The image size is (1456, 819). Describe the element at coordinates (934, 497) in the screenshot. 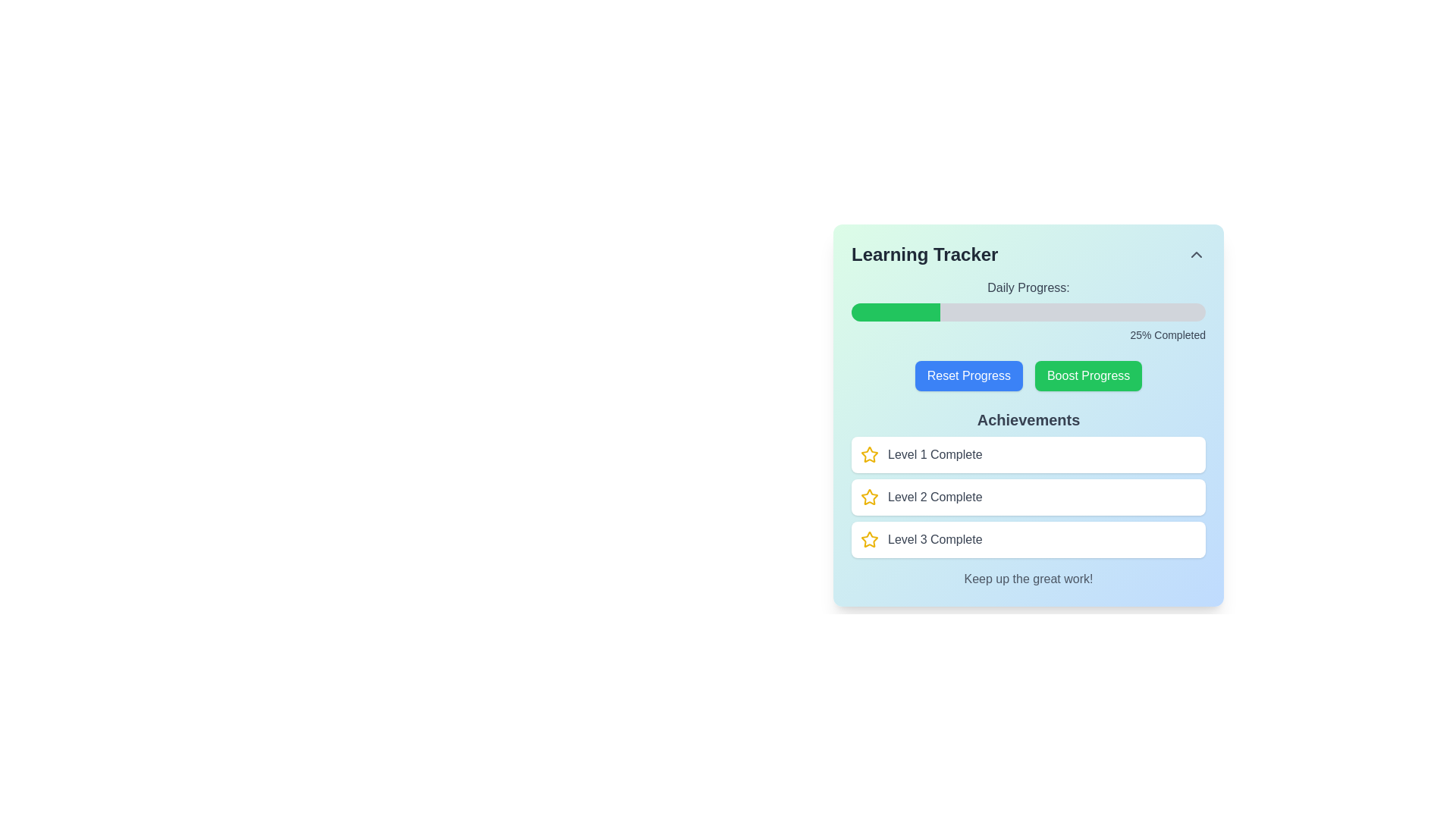

I see `the static text label displaying 'Level 2 Complete', which is the second entry in the list of achievements` at that location.